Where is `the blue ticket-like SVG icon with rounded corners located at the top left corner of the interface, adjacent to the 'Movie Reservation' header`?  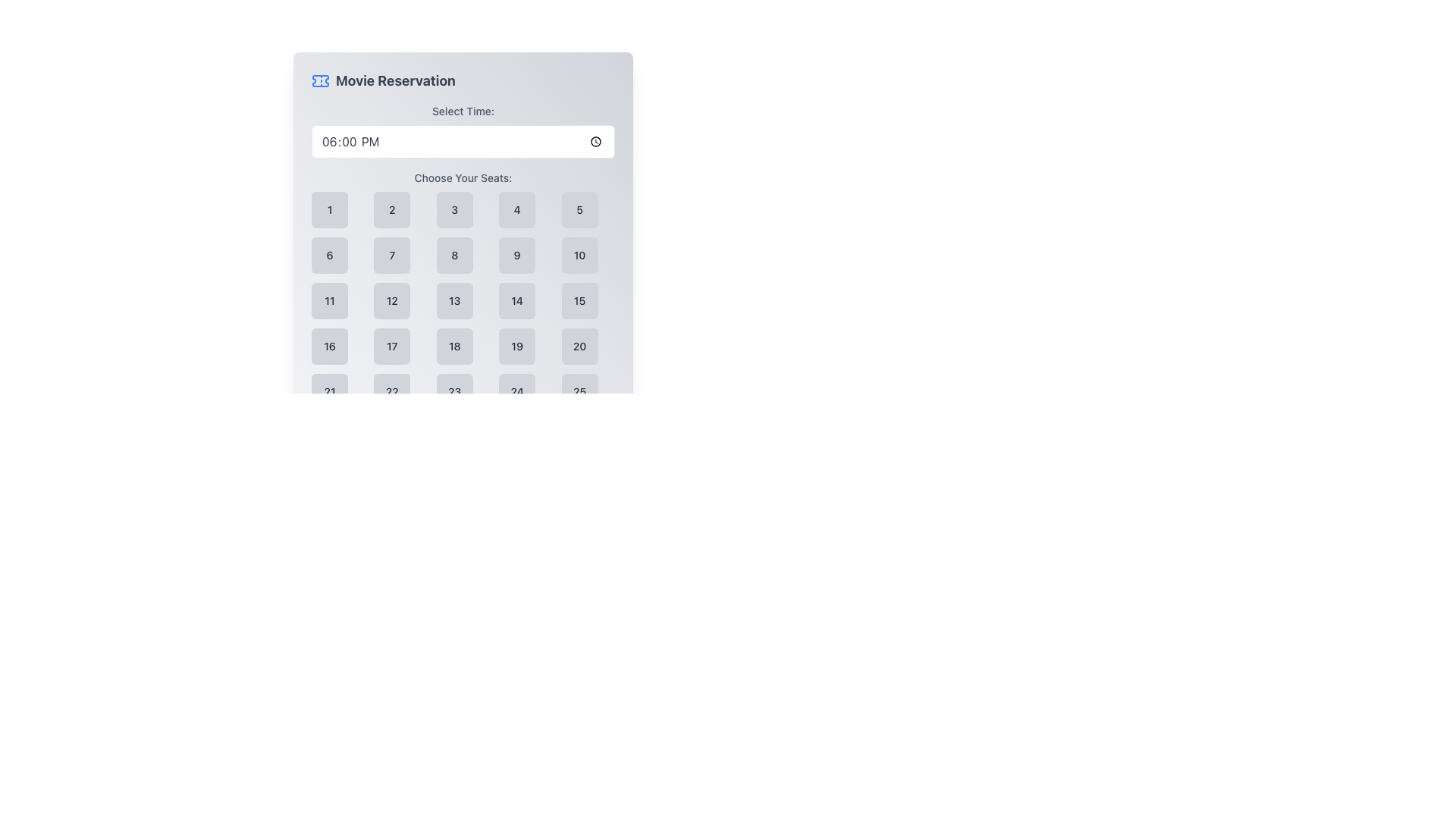 the blue ticket-like SVG icon with rounded corners located at the top left corner of the interface, adjacent to the 'Movie Reservation' header is located at coordinates (319, 81).